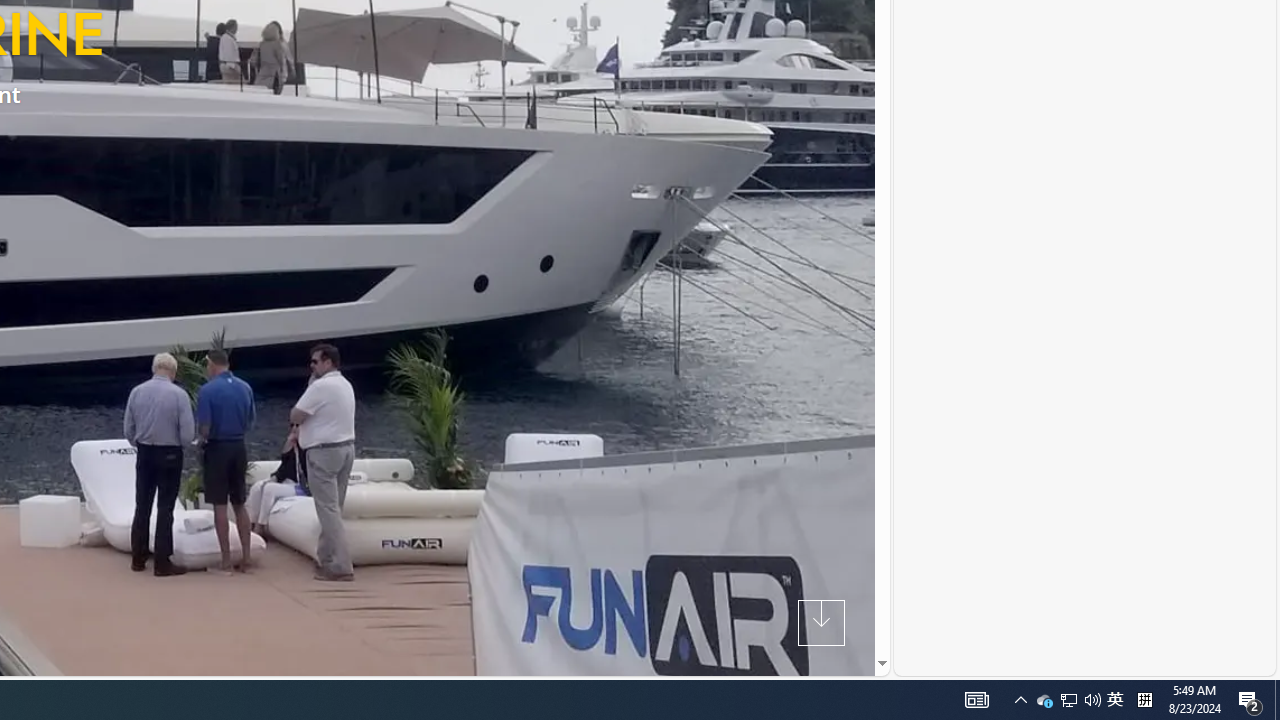 The height and width of the screenshot is (720, 1280). I want to click on 'Next Section', so click(821, 621).